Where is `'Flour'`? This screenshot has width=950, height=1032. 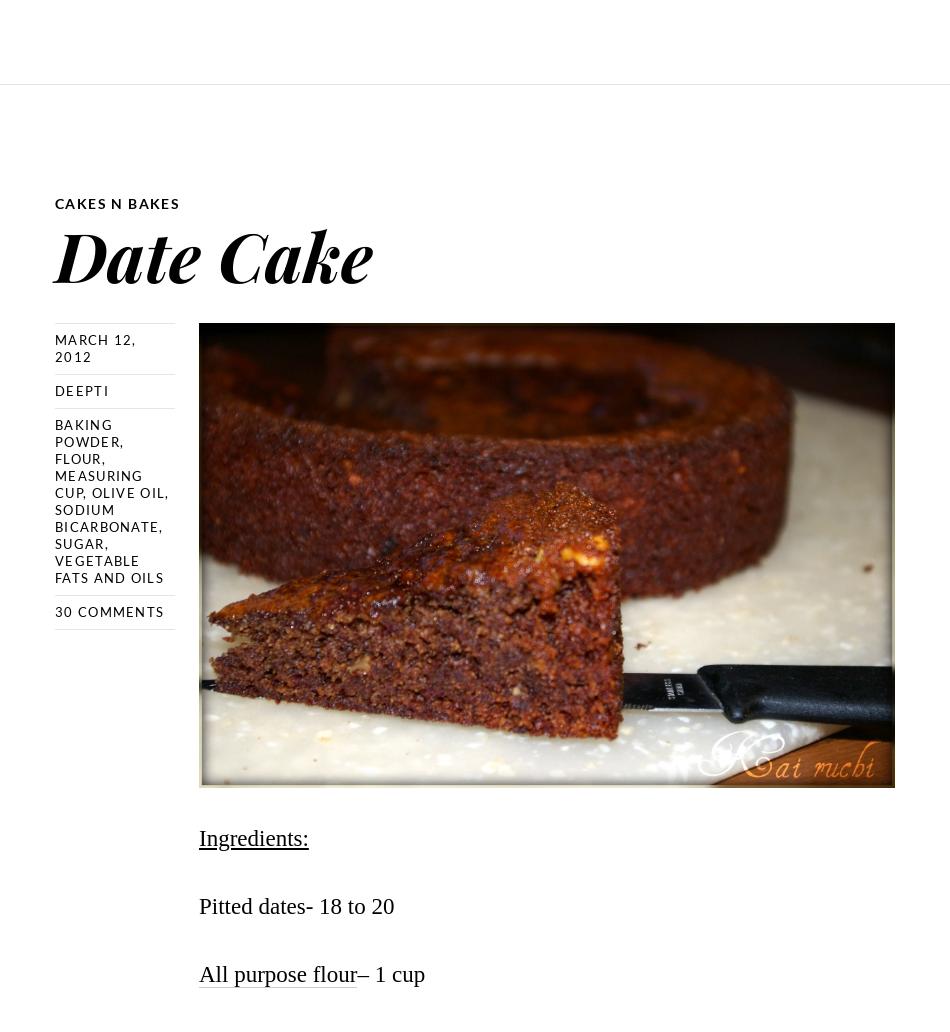
'Flour' is located at coordinates (55, 458).